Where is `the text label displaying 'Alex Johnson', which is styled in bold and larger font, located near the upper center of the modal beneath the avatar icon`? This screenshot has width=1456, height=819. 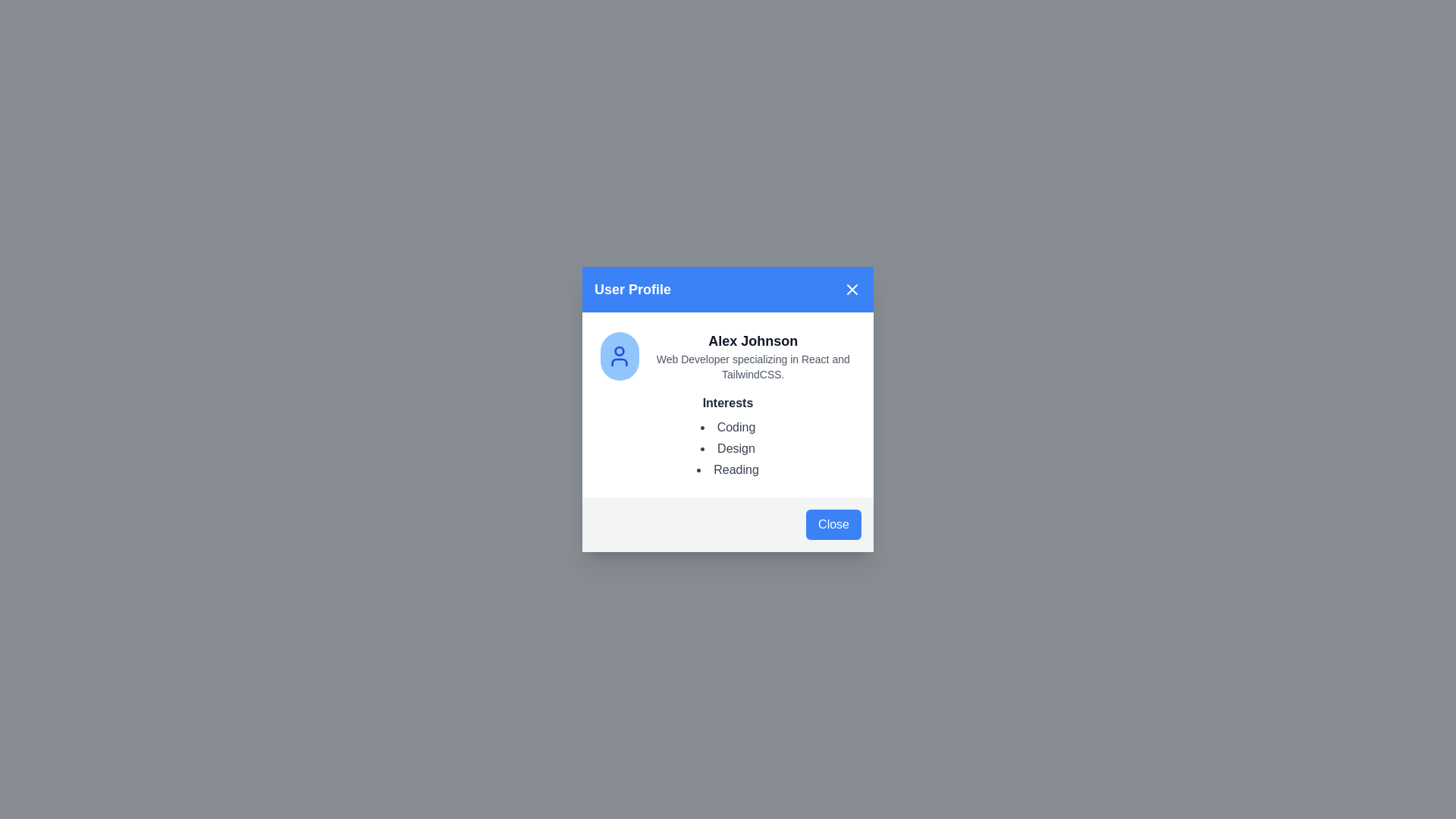
the text label displaying 'Alex Johnson', which is styled in bold and larger font, located near the upper center of the modal beneath the avatar icon is located at coordinates (753, 341).